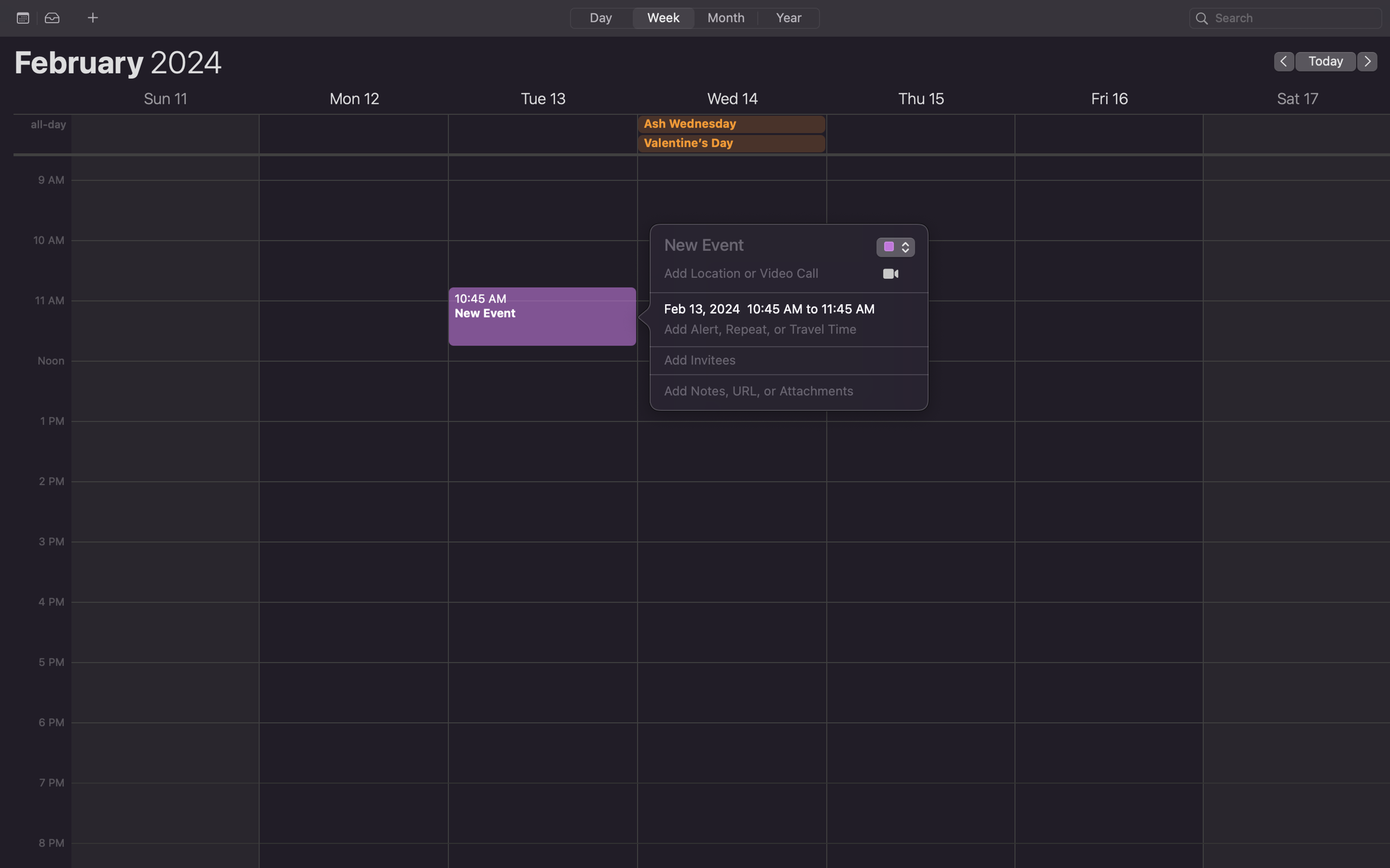 The image size is (1390, 868). Describe the element at coordinates (776, 361) in the screenshot. I see `Add the invitee with email "jane@gmail.com"` at that location.